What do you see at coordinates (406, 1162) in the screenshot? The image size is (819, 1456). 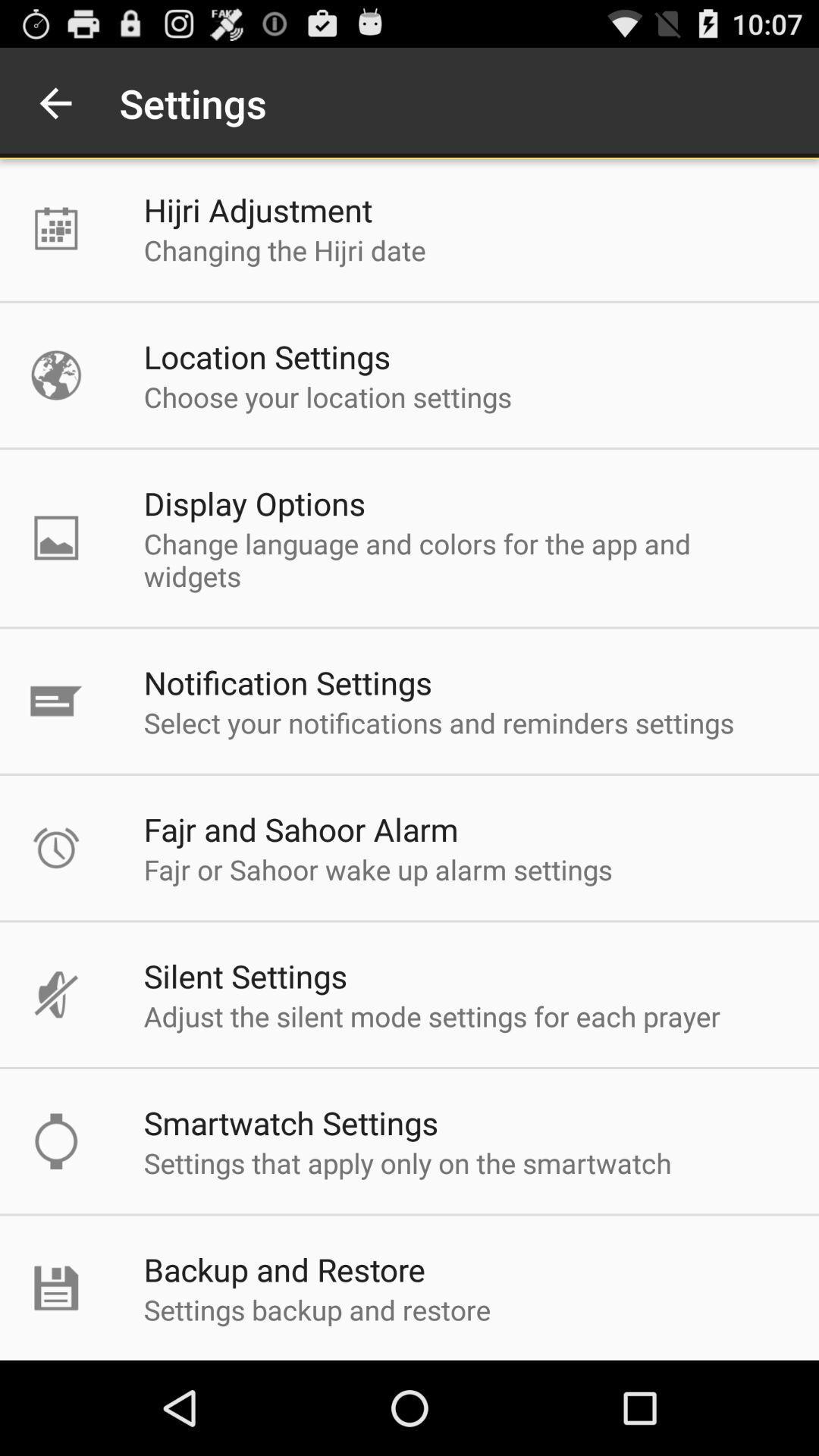 I see `icon below the smartwatch settings app` at bounding box center [406, 1162].